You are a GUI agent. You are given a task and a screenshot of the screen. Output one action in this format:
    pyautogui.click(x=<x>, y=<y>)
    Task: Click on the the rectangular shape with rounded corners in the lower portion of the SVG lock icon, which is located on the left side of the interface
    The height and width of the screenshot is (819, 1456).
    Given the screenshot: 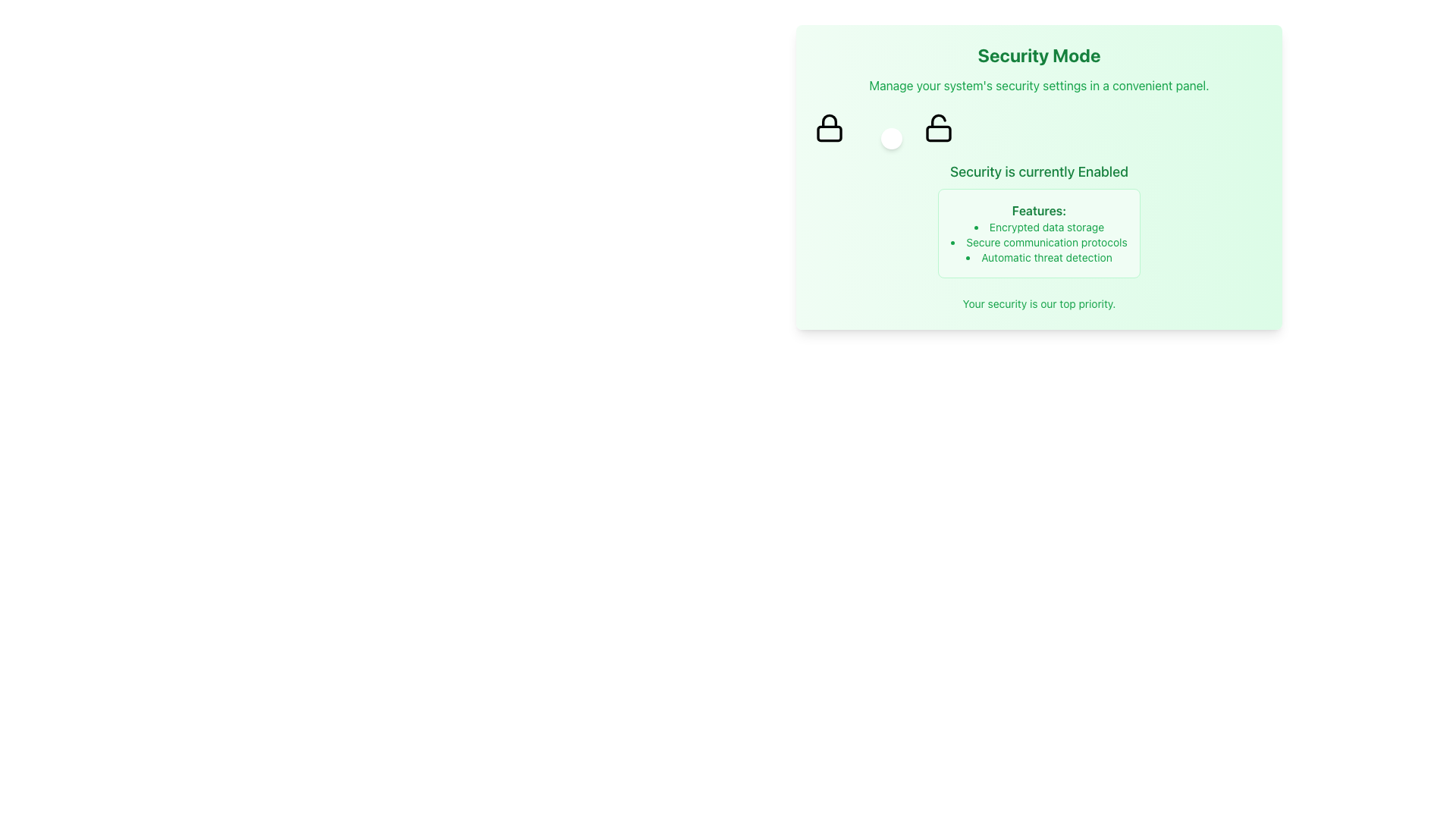 What is the action you would take?
    pyautogui.click(x=829, y=133)
    